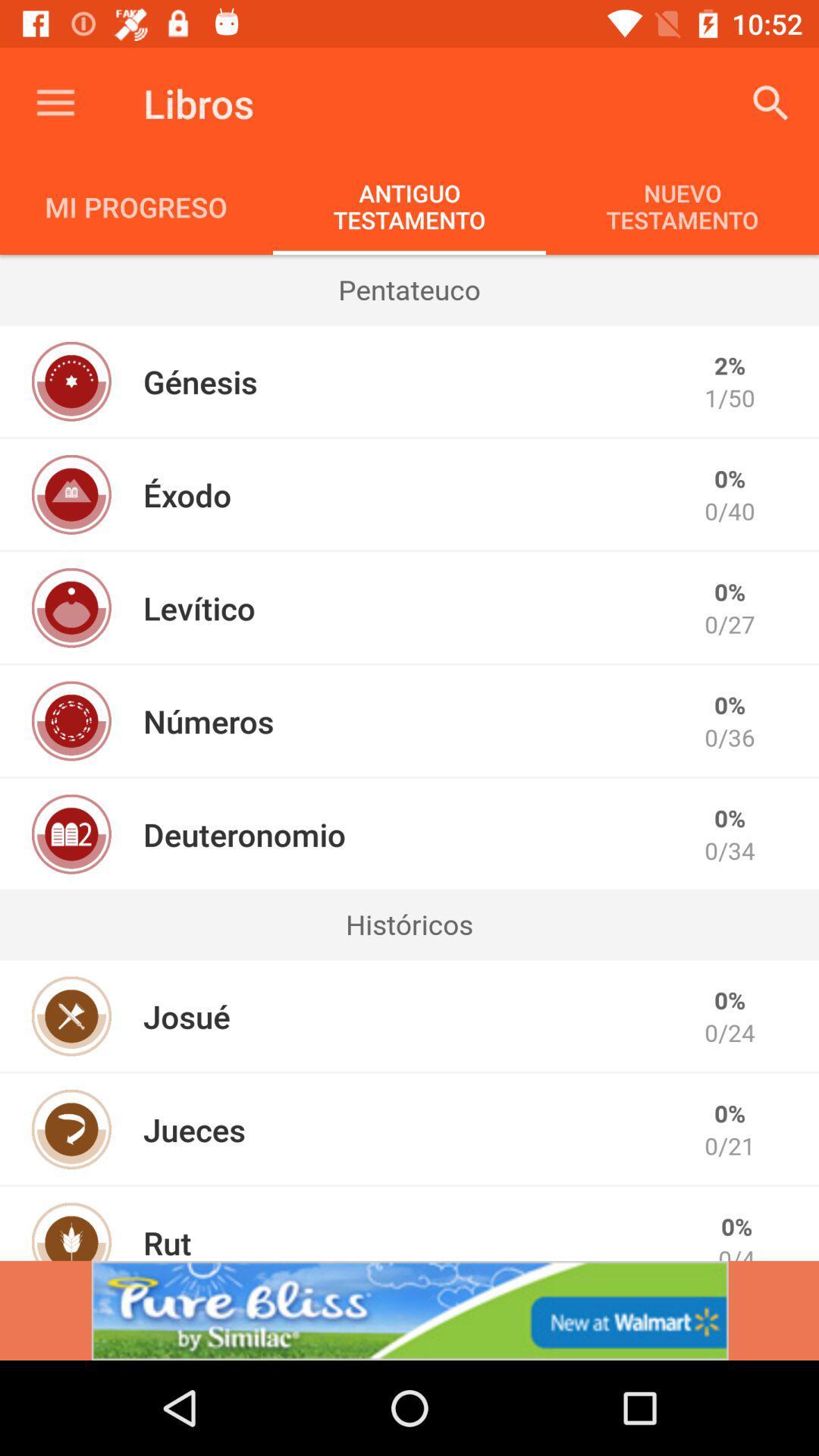 The height and width of the screenshot is (1456, 819). Describe the element at coordinates (186, 1016) in the screenshot. I see `the item to the left of 0/24 item` at that location.